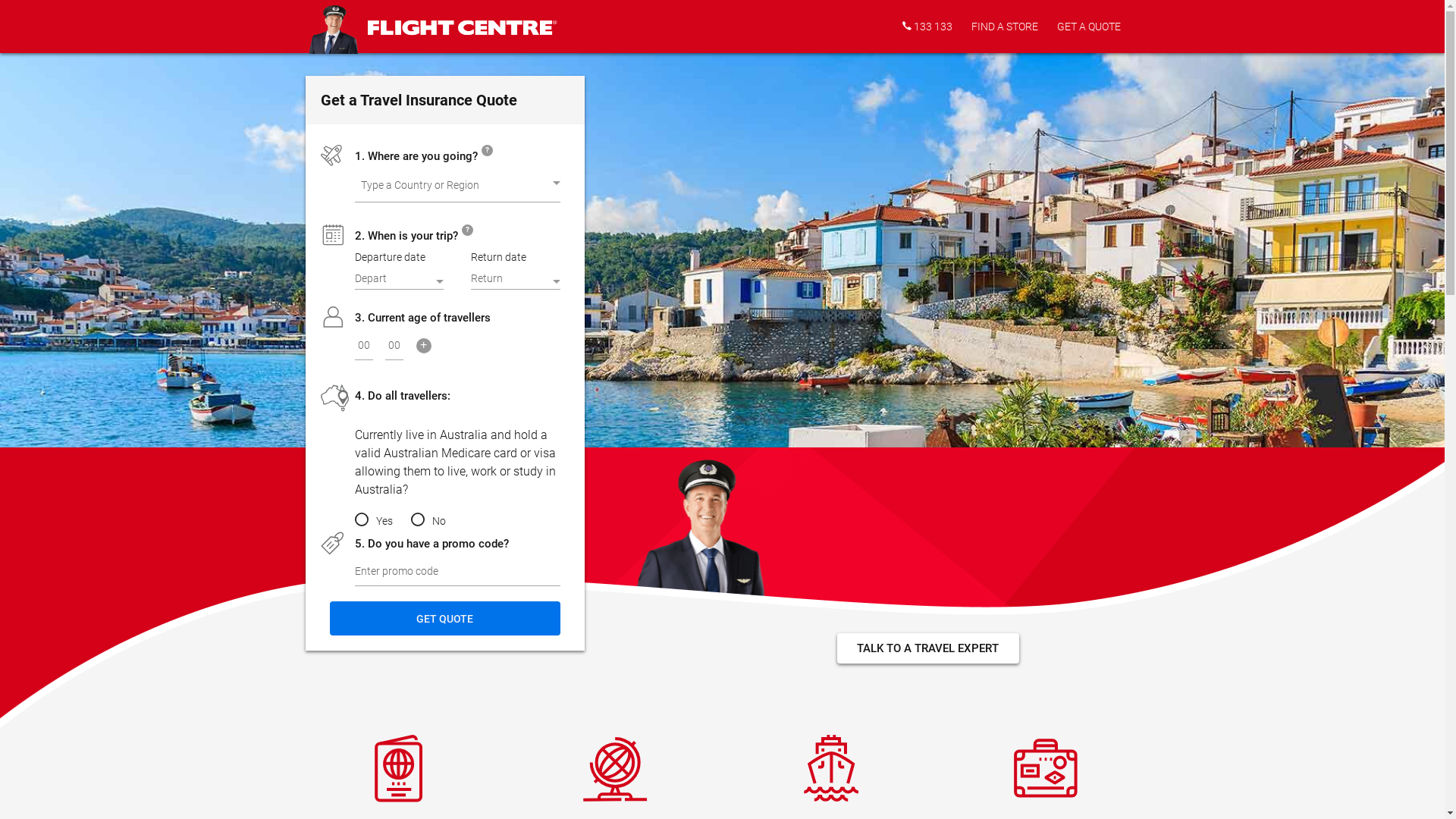 This screenshot has width=1456, height=819. I want to click on 'Skip to main content', so click(0, 0).